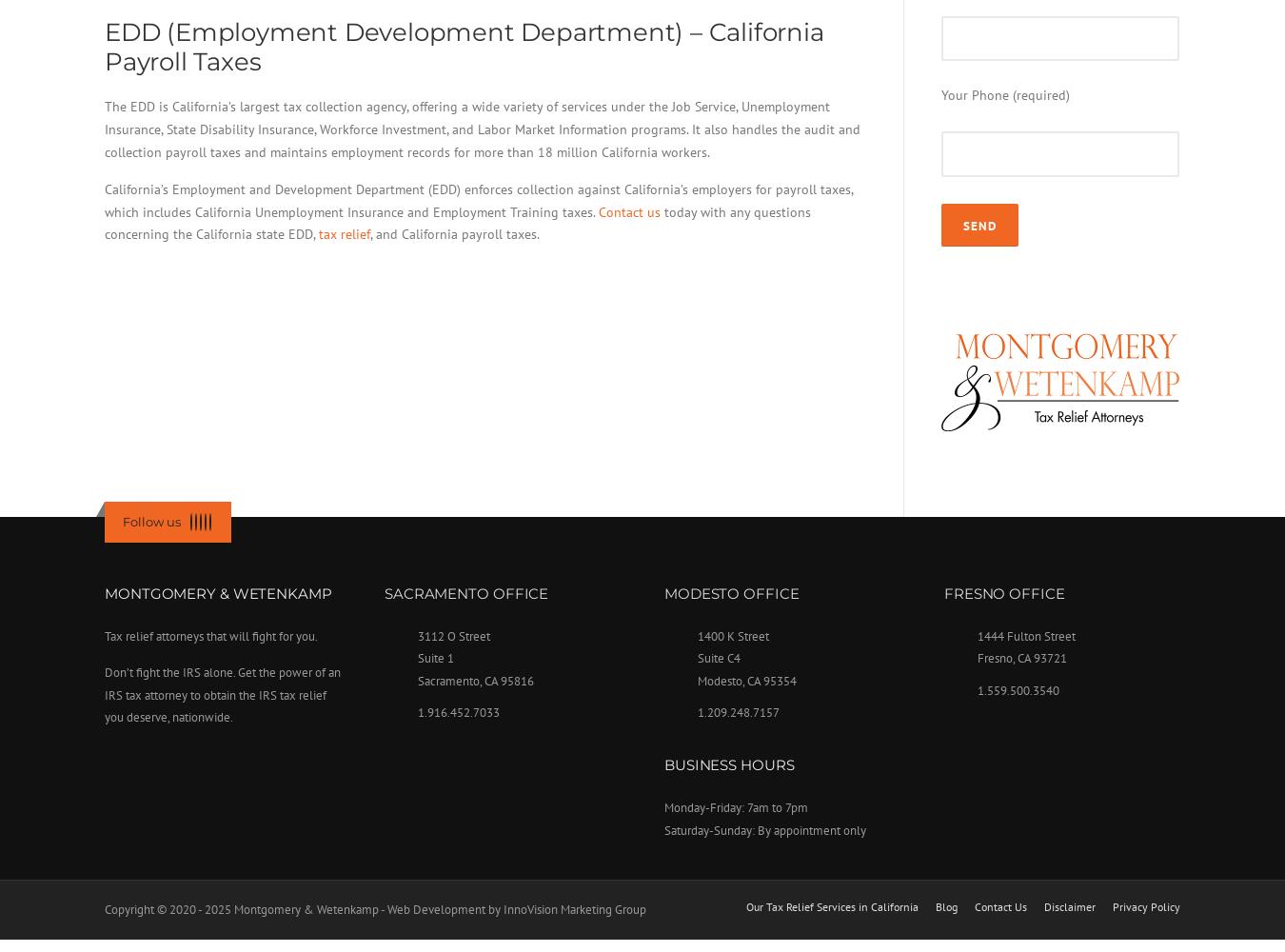 This screenshot has width=1285, height=952. What do you see at coordinates (433, 657) in the screenshot?
I see `'Suite 1'` at bounding box center [433, 657].